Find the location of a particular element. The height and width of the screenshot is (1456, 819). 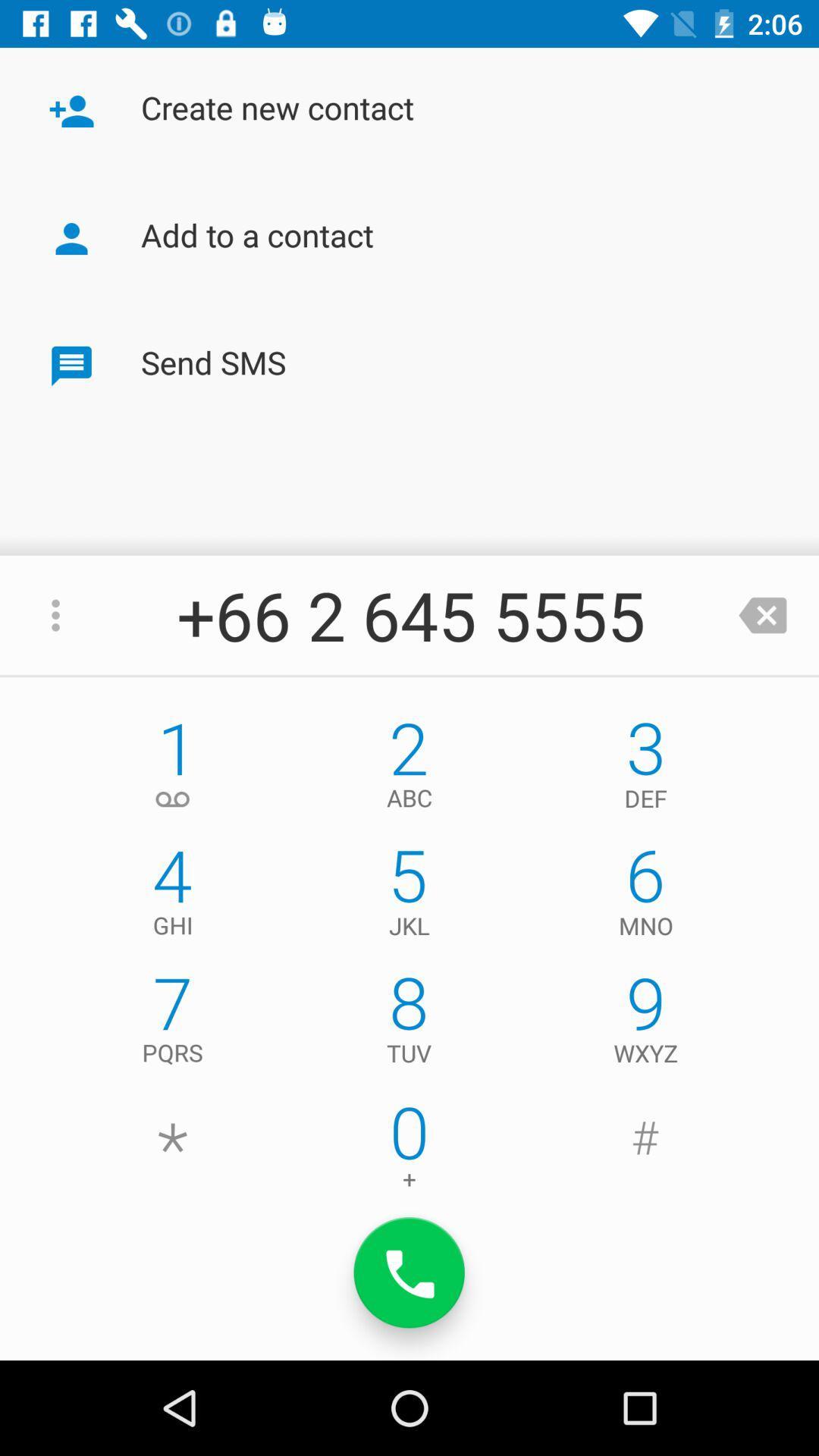

the call icon is located at coordinates (409, 1272).